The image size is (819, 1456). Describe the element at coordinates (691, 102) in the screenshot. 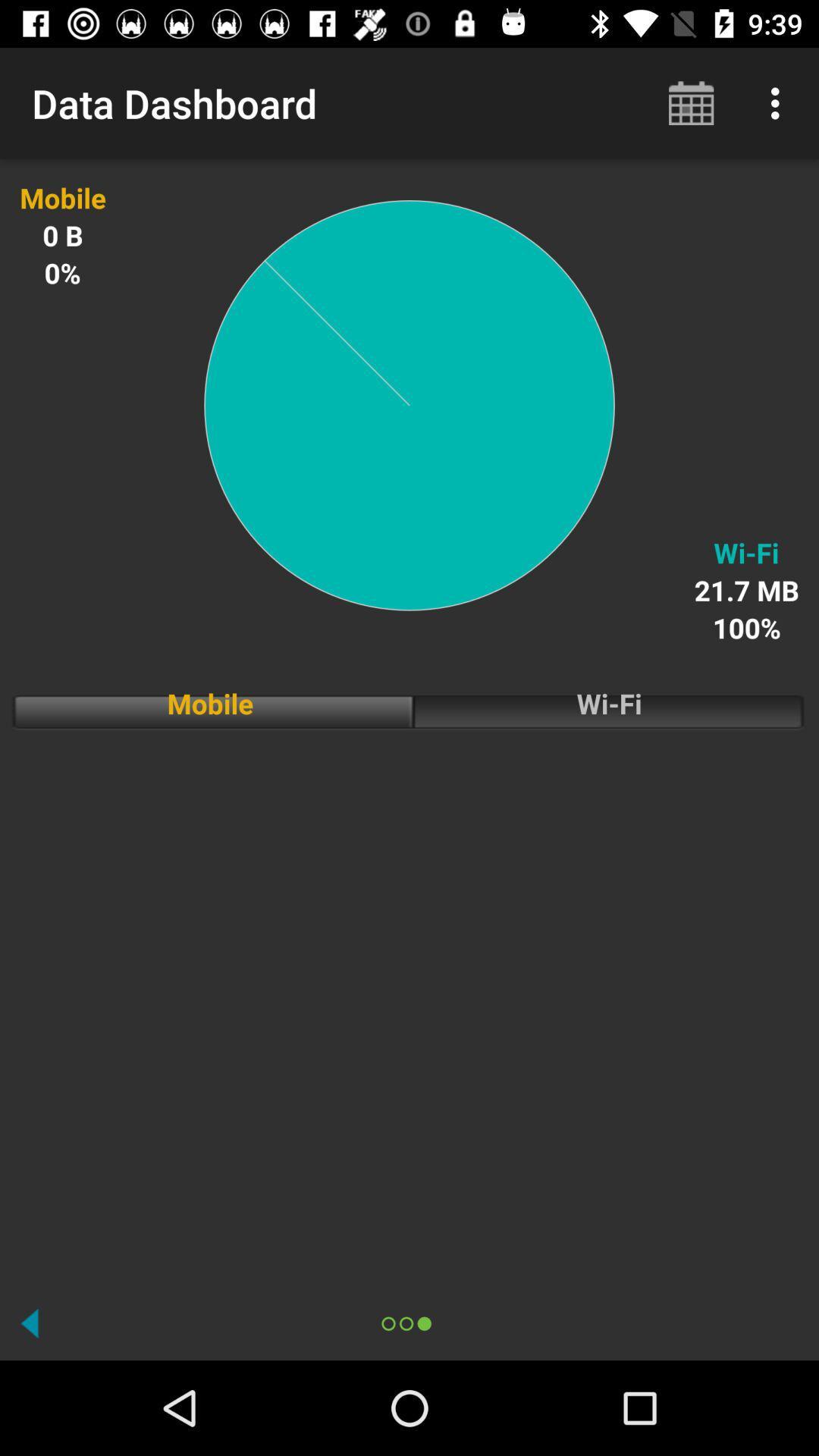

I see `the app to the right of data dashboard icon` at that location.